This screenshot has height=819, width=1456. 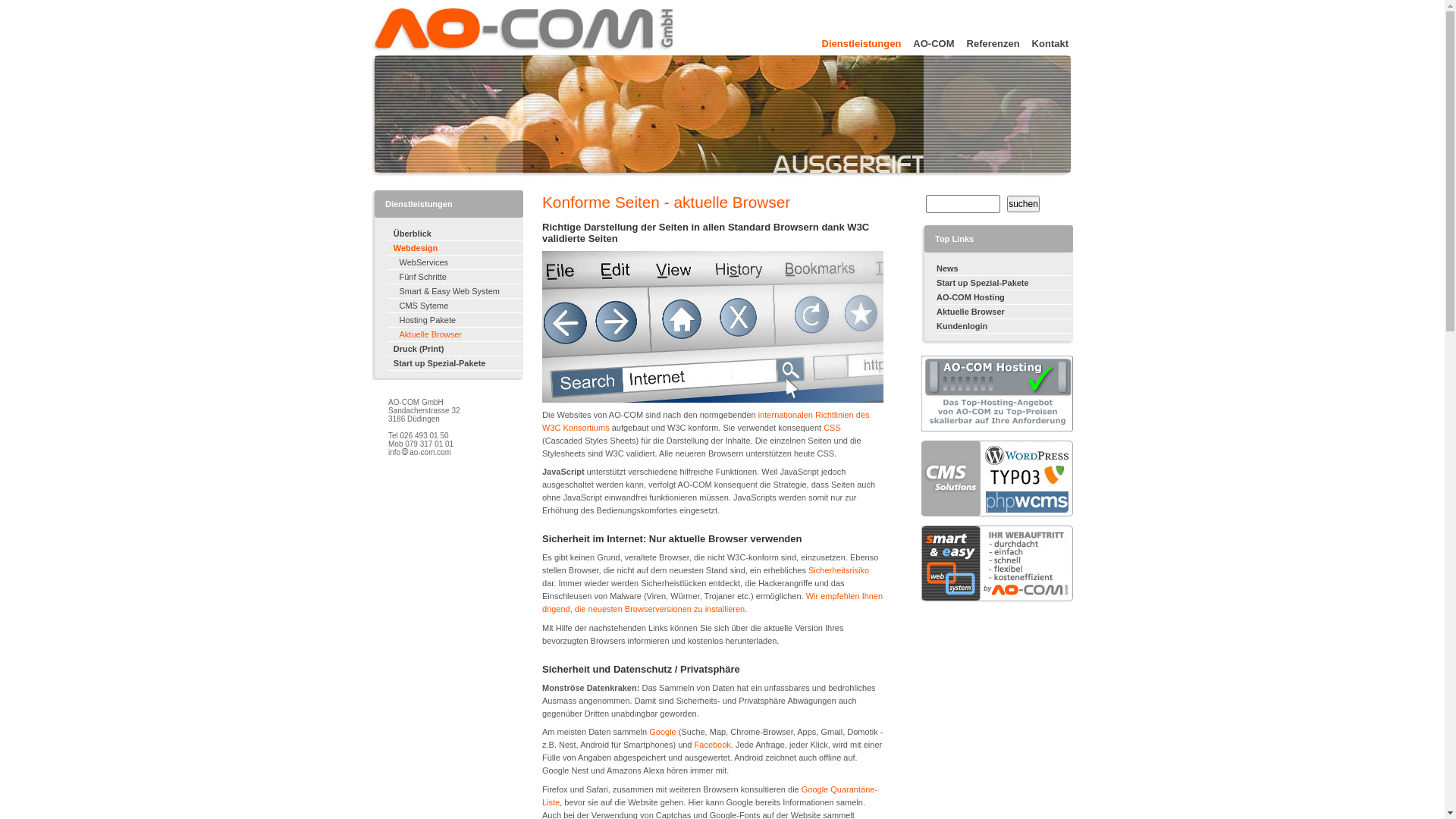 What do you see at coordinates (1004, 325) in the screenshot?
I see `'Kundenlogin'` at bounding box center [1004, 325].